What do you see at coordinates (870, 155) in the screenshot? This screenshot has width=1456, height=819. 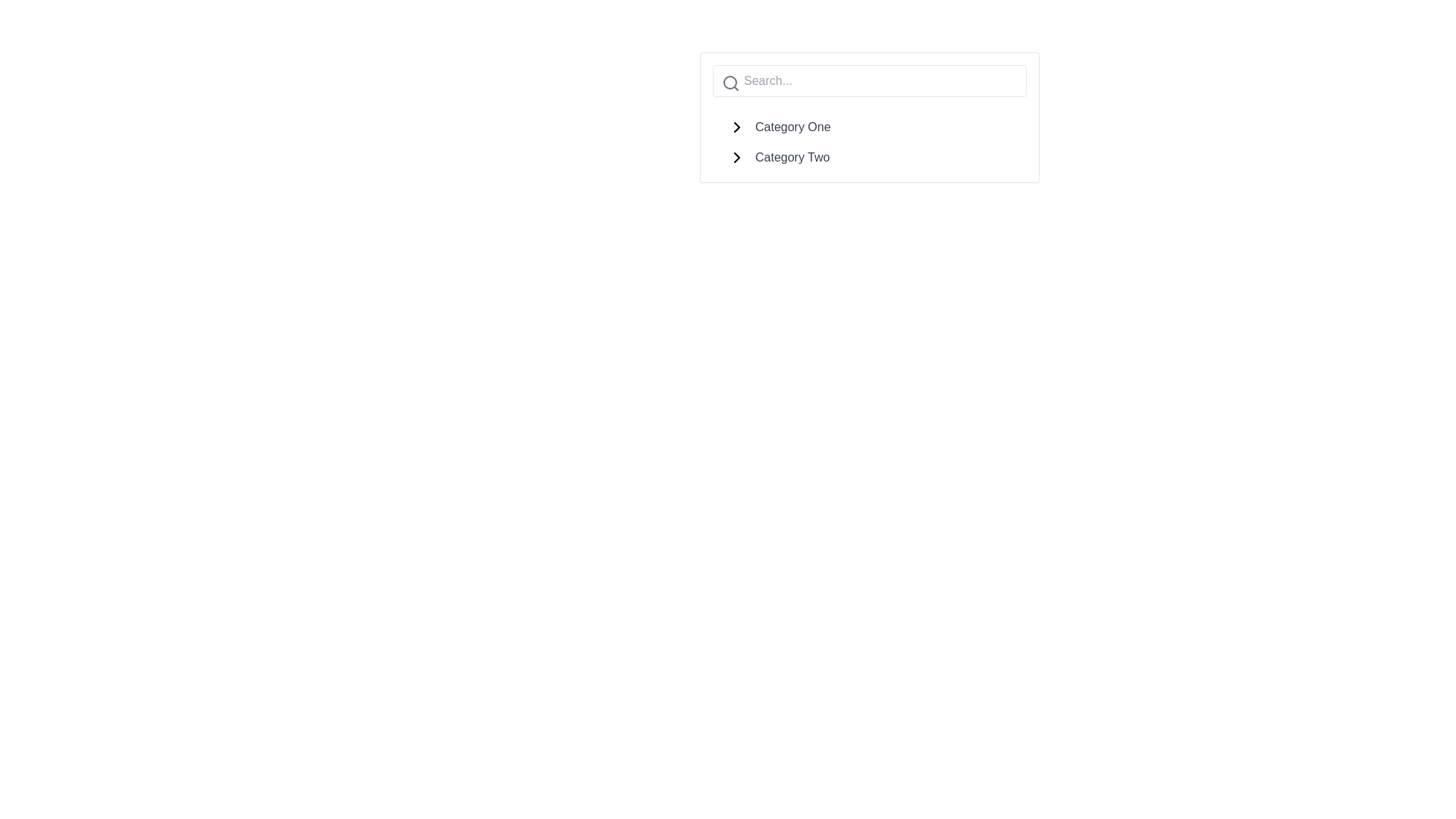 I see `the second menu item in the list, which is related to 'Category Two'` at bounding box center [870, 155].